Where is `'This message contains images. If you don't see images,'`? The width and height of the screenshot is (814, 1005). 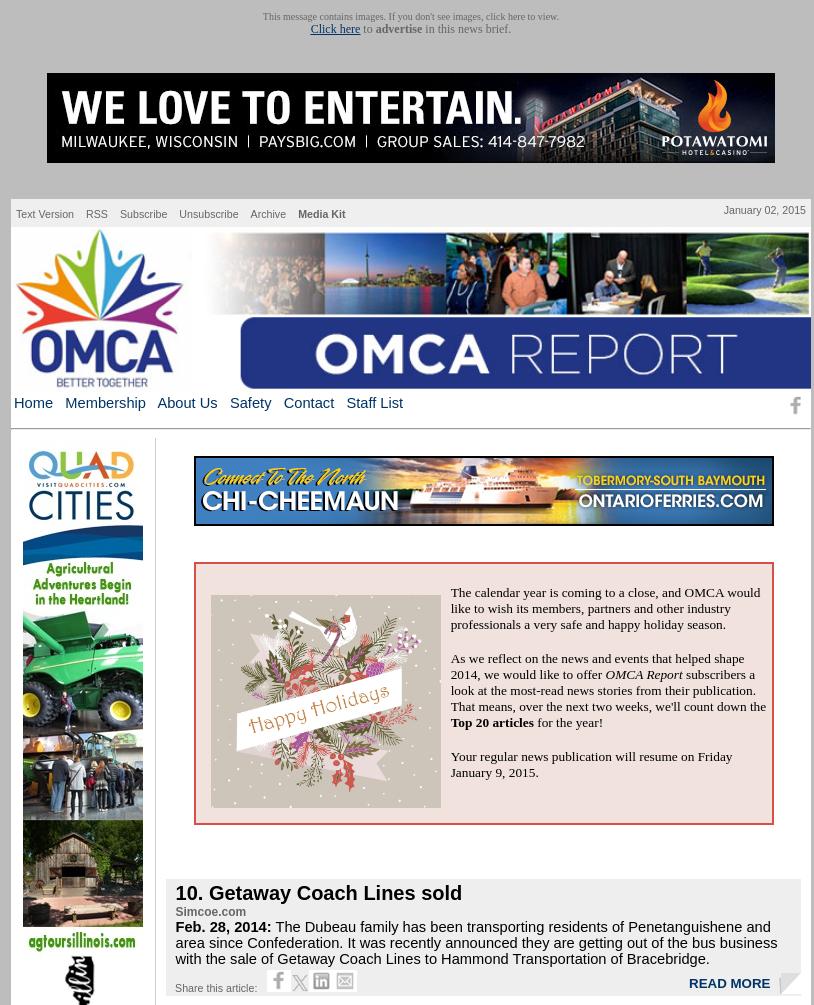
'This message contains images. If you don't see images,' is located at coordinates (373, 16).